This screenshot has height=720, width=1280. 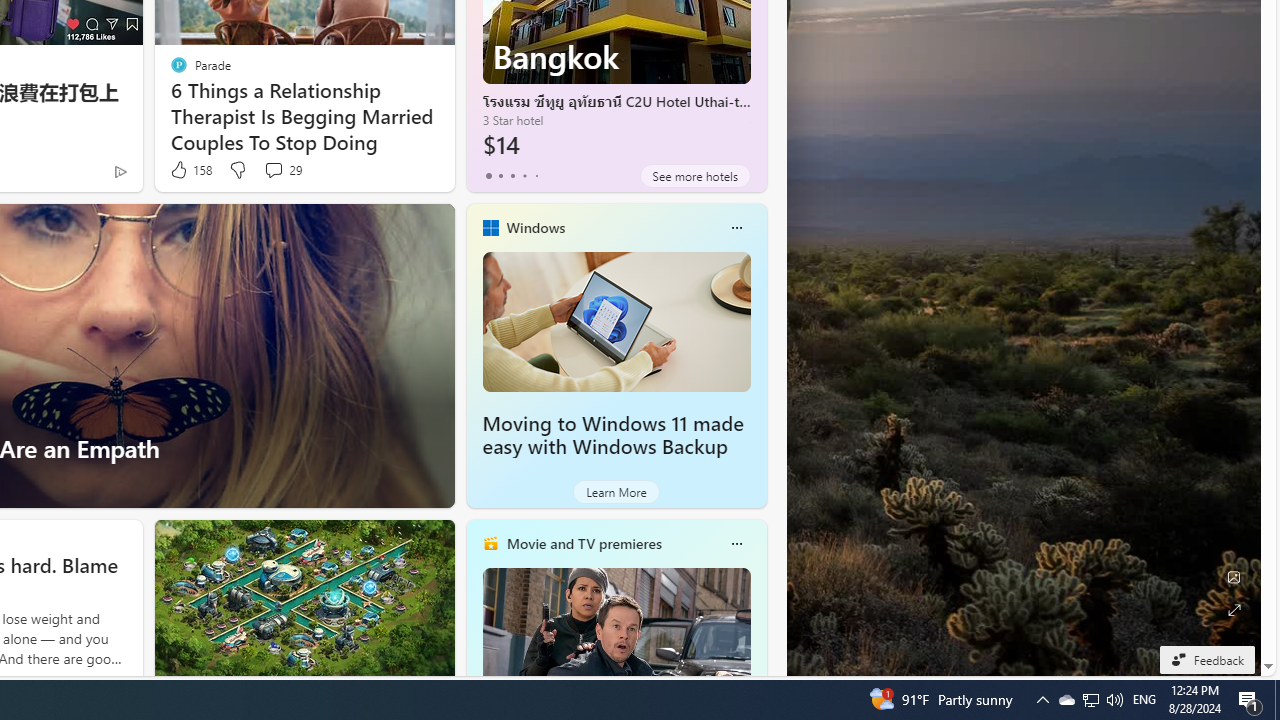 What do you see at coordinates (190, 169) in the screenshot?
I see `'158 Like'` at bounding box center [190, 169].